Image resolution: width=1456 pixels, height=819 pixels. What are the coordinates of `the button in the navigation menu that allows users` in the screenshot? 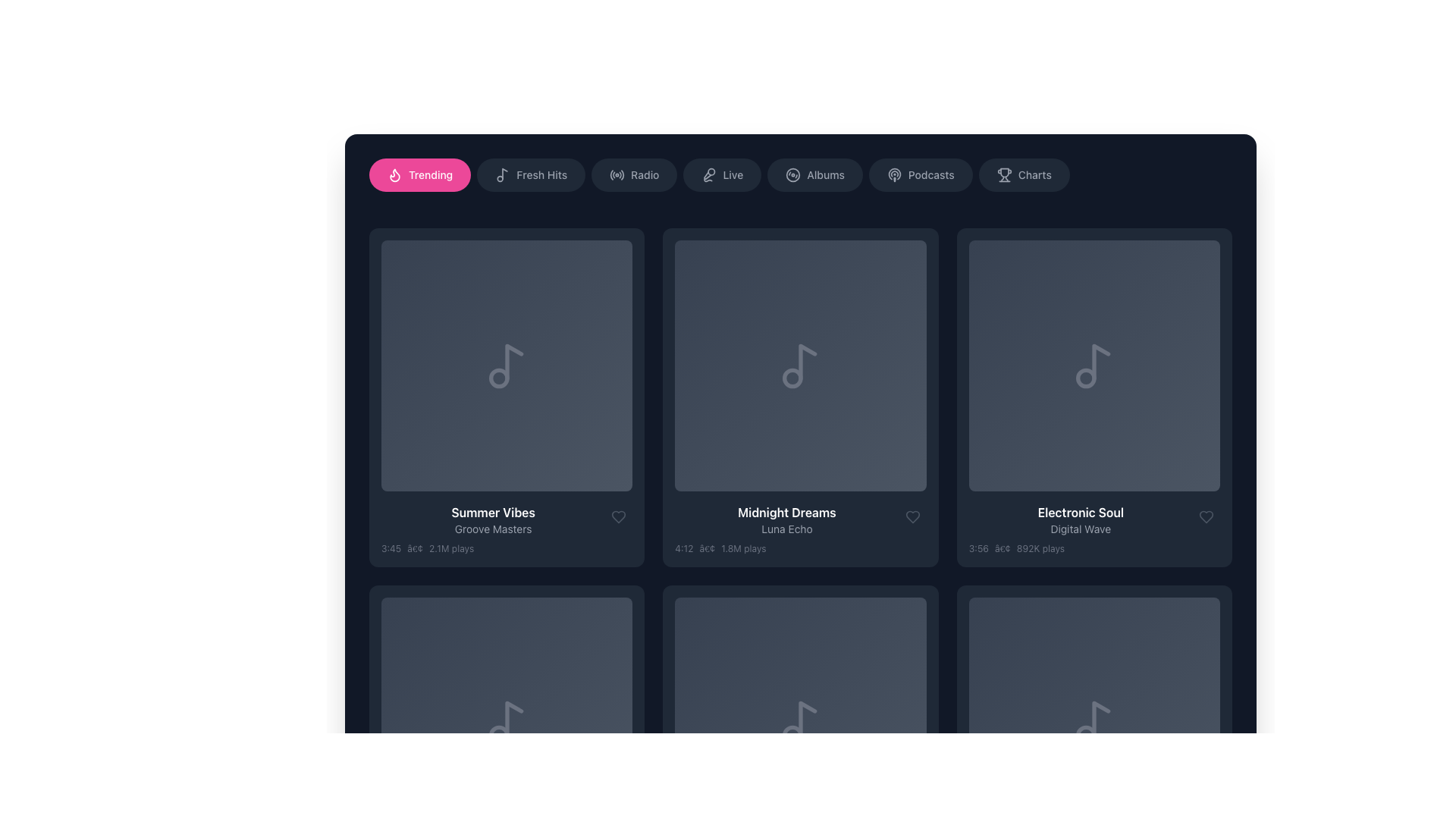 It's located at (814, 174).